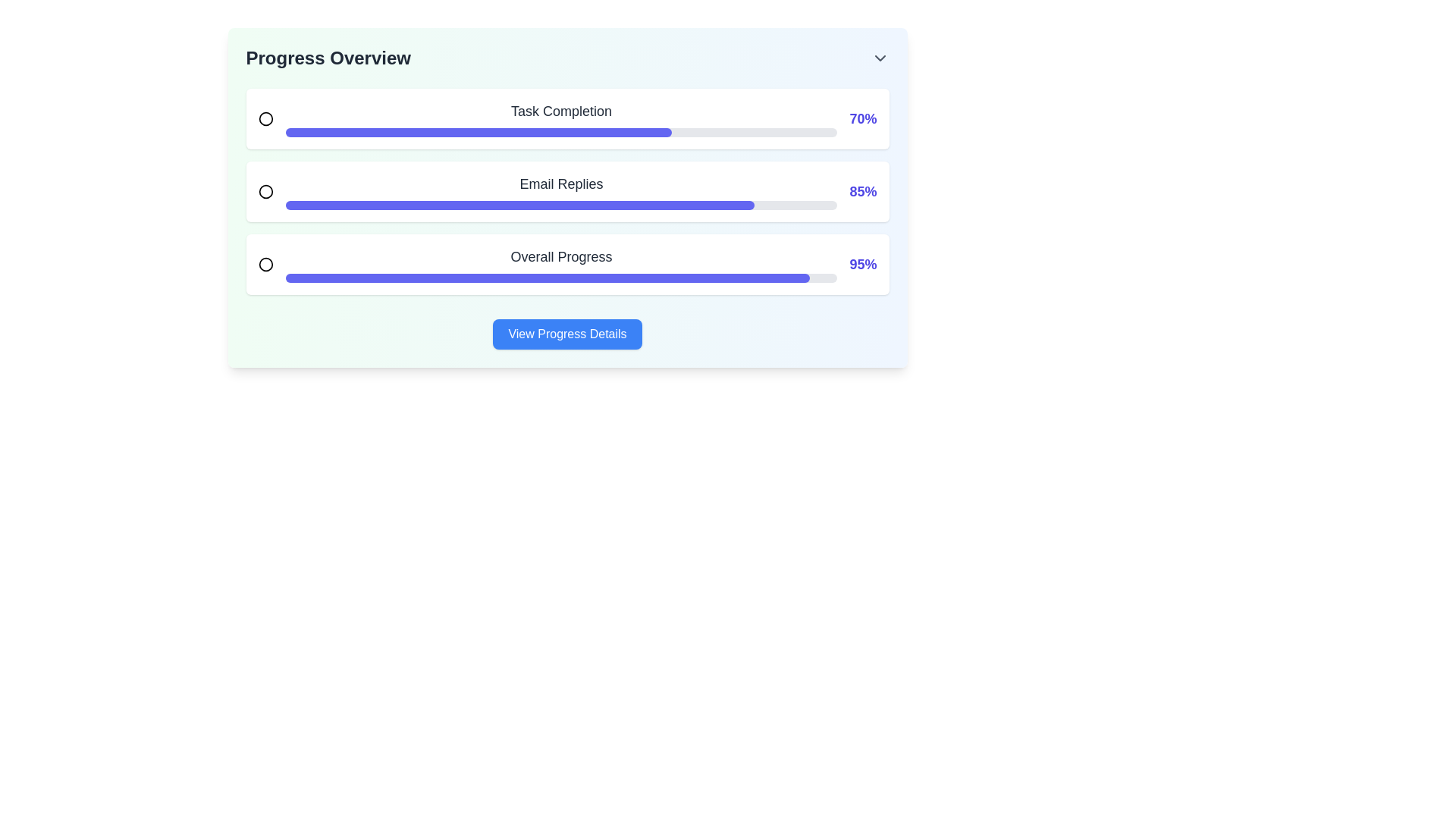 This screenshot has width=1456, height=819. Describe the element at coordinates (880, 58) in the screenshot. I see `the Icon Button that toggles the dropdown for the 'Progress Overview' section` at that location.